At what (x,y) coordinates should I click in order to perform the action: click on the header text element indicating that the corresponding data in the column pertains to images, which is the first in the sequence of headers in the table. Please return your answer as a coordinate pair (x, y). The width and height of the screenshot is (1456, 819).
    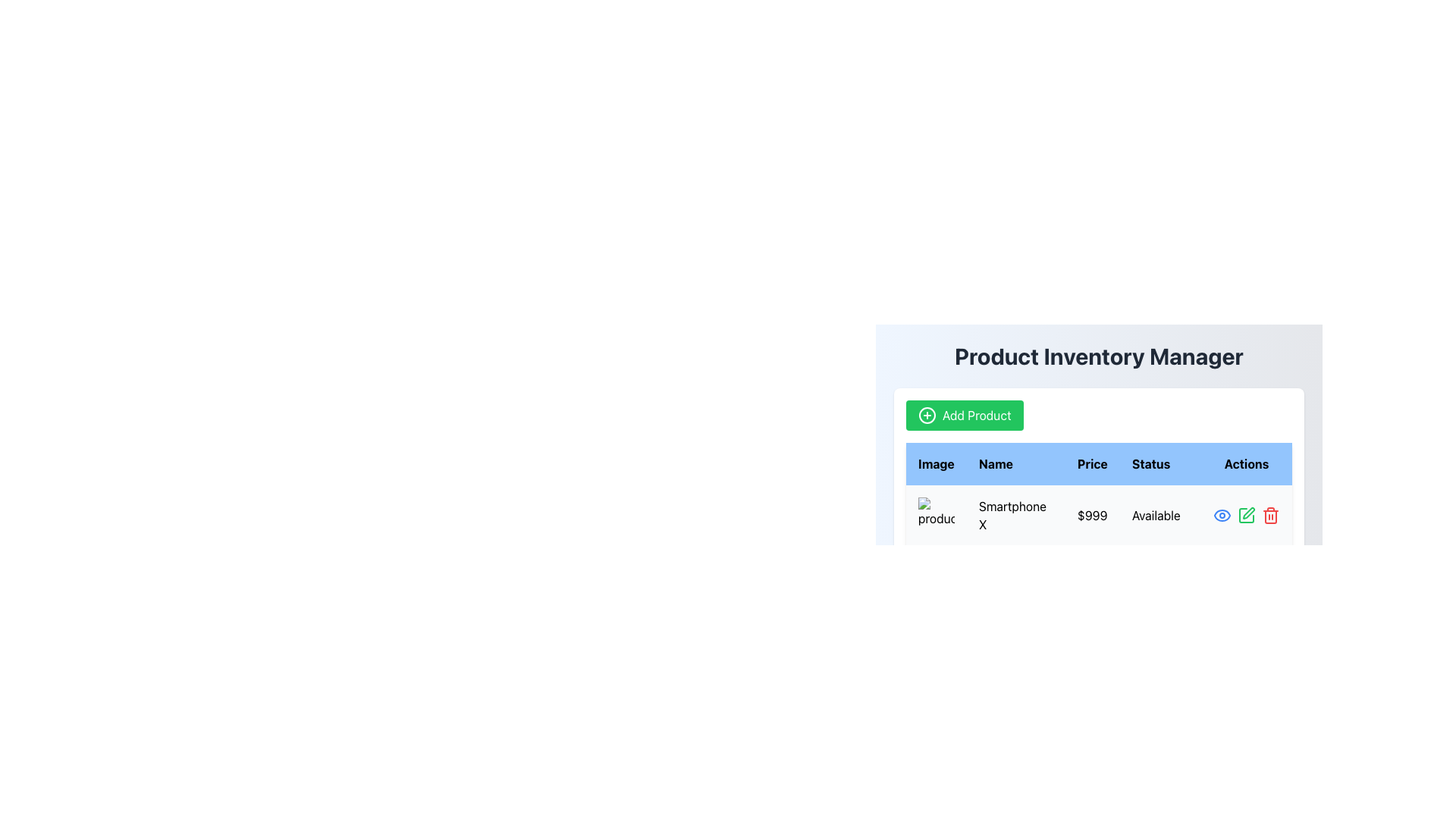
    Looking at the image, I should click on (935, 463).